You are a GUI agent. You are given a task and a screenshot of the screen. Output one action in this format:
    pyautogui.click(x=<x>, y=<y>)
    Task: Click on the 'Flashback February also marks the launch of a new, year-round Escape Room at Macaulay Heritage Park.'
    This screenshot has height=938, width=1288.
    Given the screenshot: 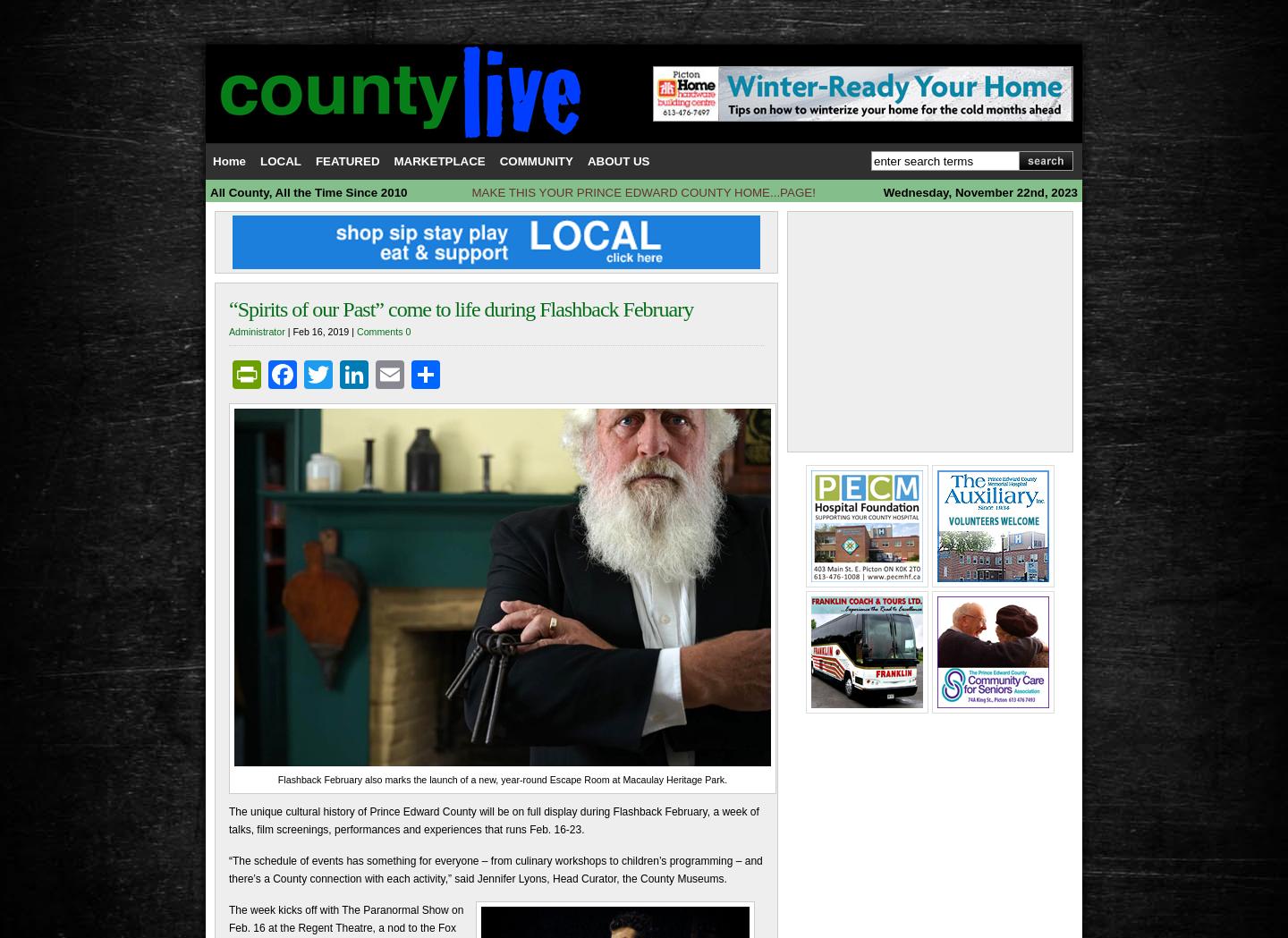 What is the action you would take?
    pyautogui.click(x=277, y=778)
    